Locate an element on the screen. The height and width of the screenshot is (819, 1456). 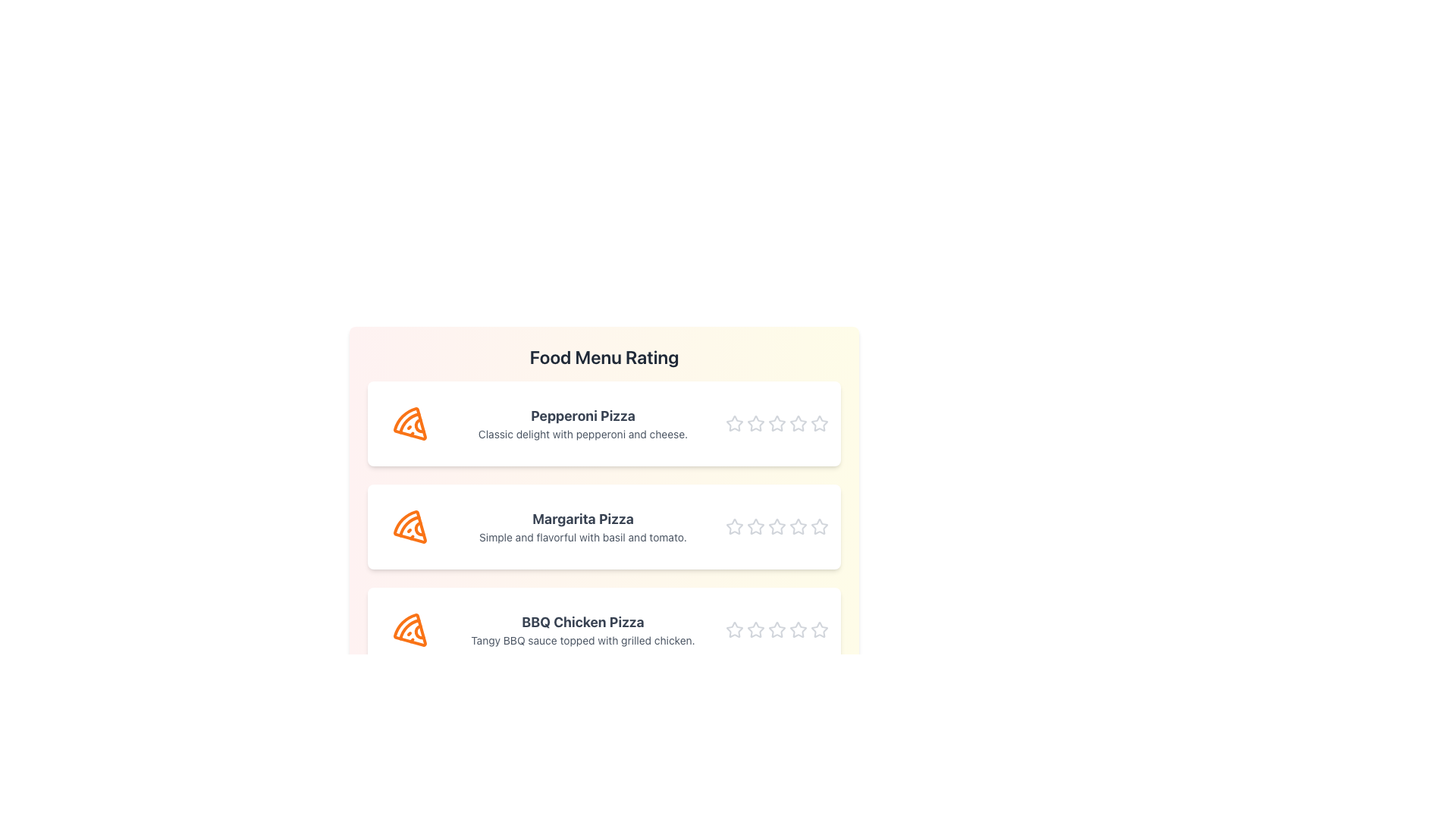
the fifth star icon in the five-star rating system is located at coordinates (818, 629).